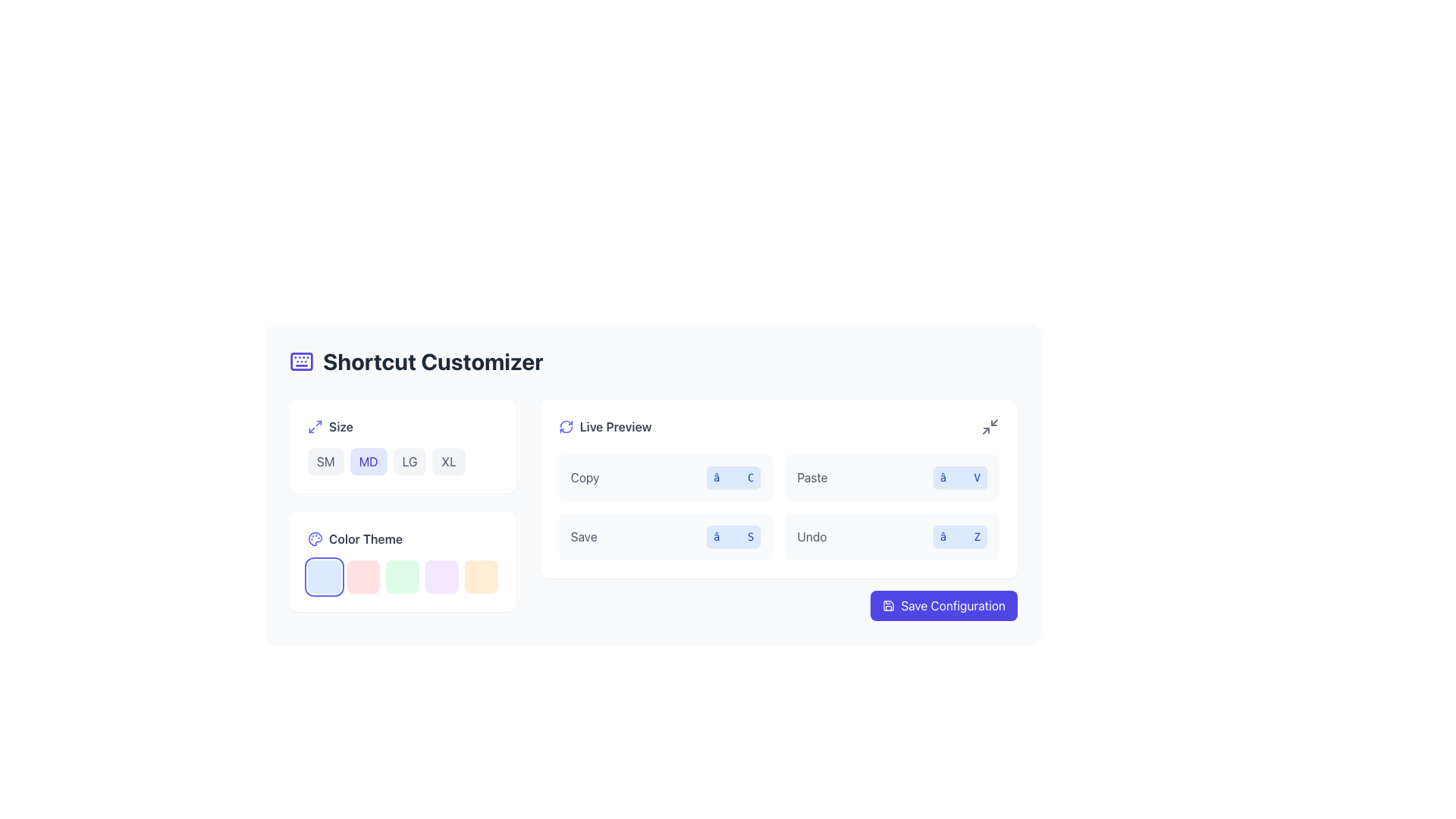 The width and height of the screenshot is (1456, 819). I want to click on the icon button located in the top-right corner of the 'Live Preview' section, which features two intersecting arrows and changes color on hover, so click(990, 427).